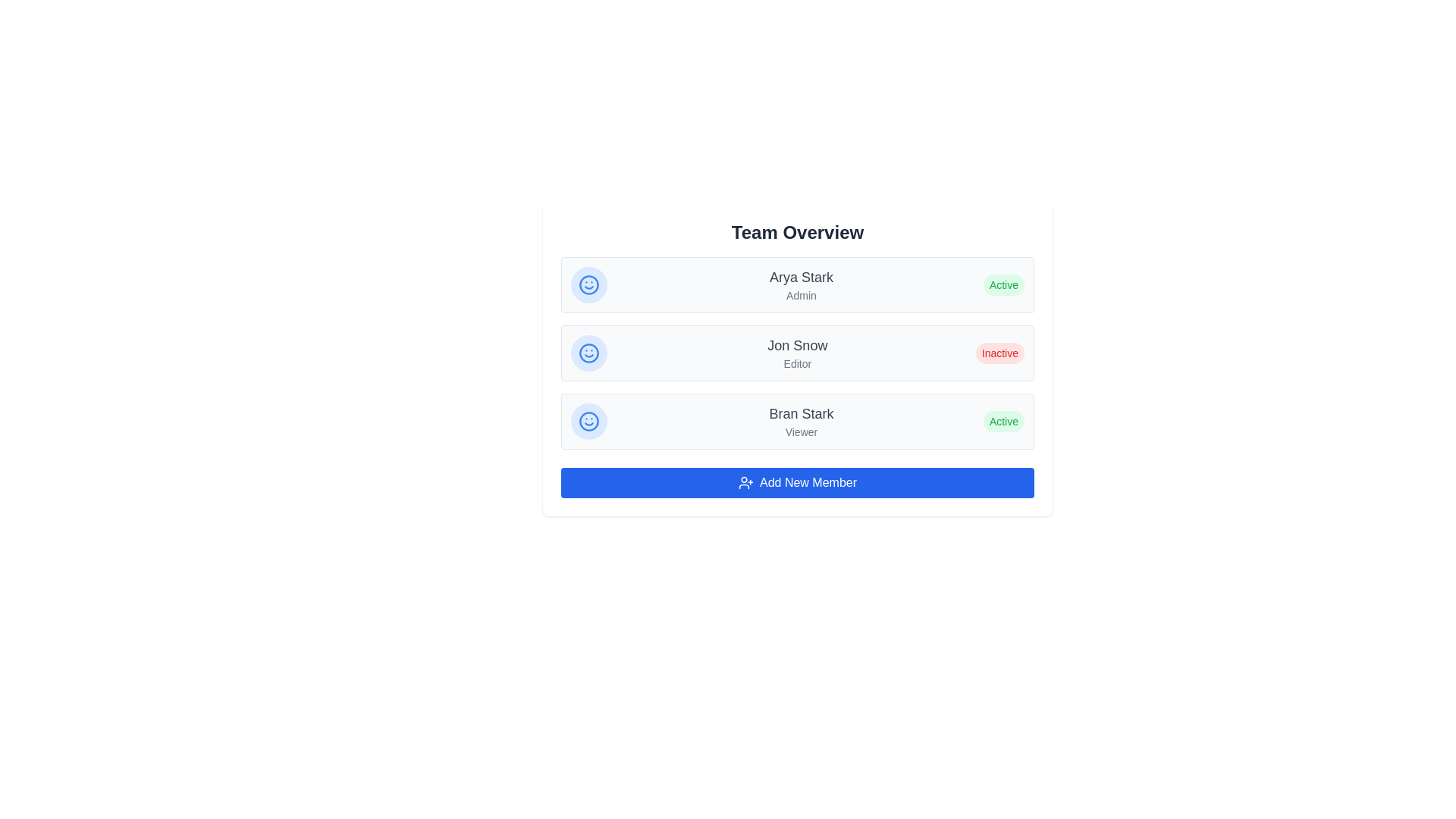 This screenshot has width=1456, height=819. What do you see at coordinates (588, 284) in the screenshot?
I see `the blue circular SVG element that represents the face outline of the smiley face icon located next to the text 'Arya Stark' and 'Admin'` at bounding box center [588, 284].